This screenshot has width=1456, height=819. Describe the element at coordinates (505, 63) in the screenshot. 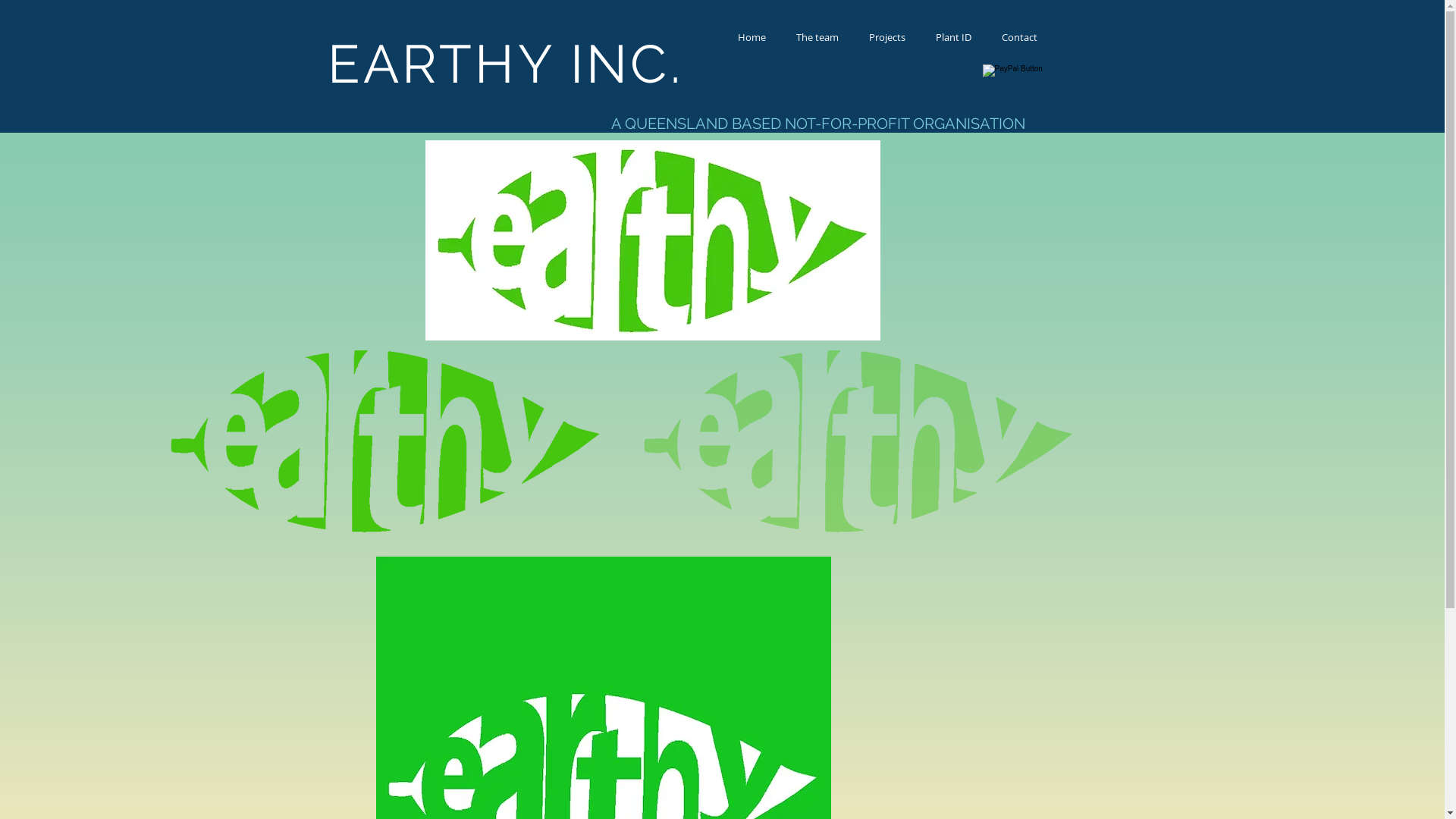

I see `'EARTHY INC.'` at that location.